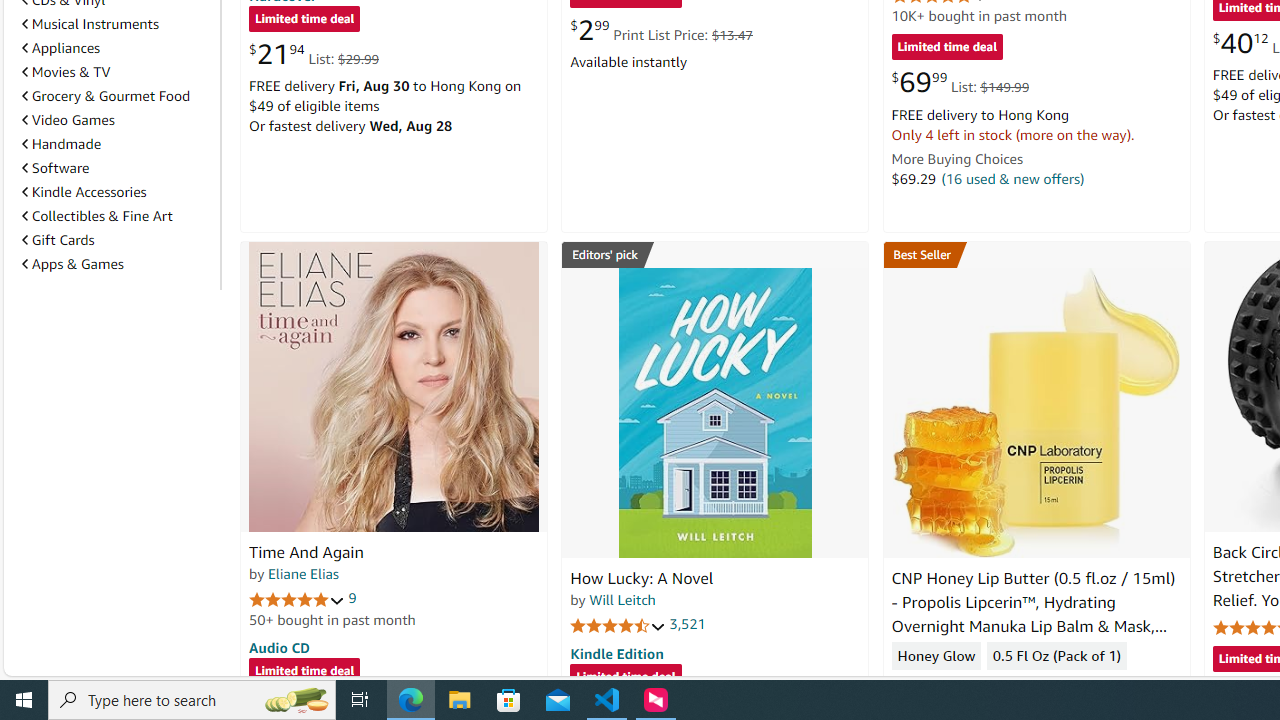 The width and height of the screenshot is (1280, 720). What do you see at coordinates (116, 166) in the screenshot?
I see `'Software'` at bounding box center [116, 166].